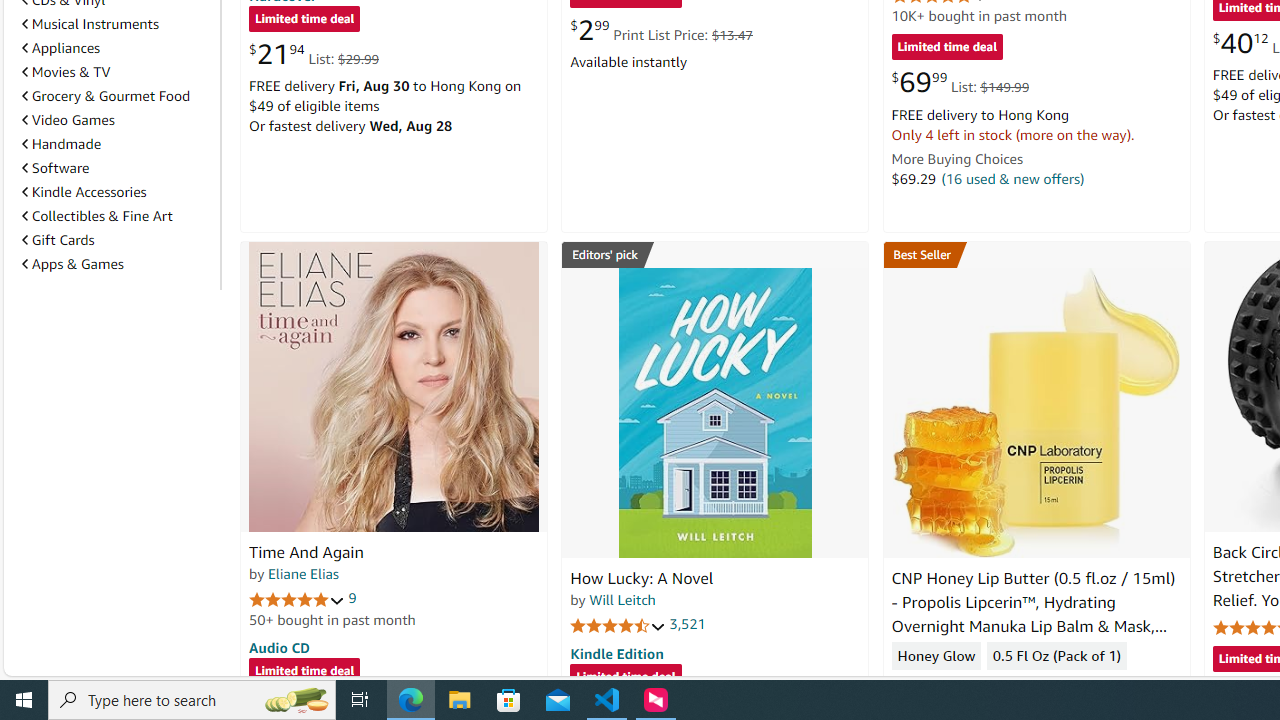 The width and height of the screenshot is (1280, 720). What do you see at coordinates (116, 166) in the screenshot?
I see `'Software'` at bounding box center [116, 166].